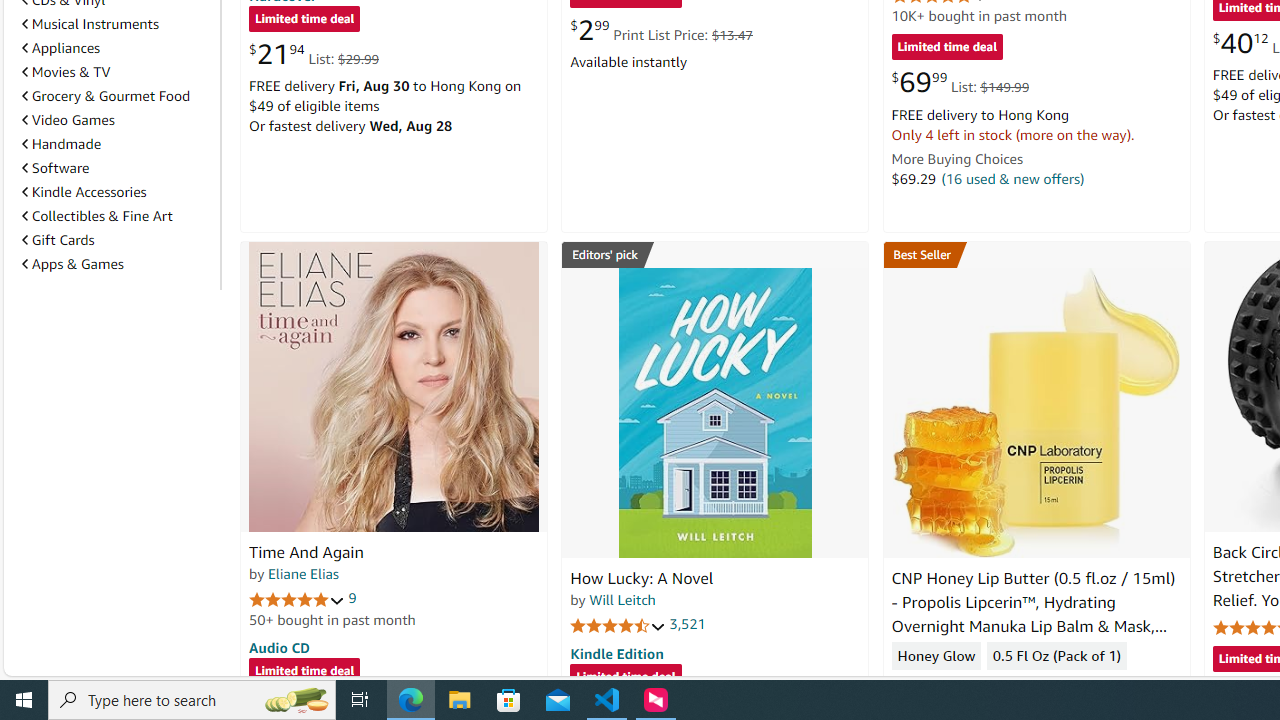 The width and height of the screenshot is (1280, 720). What do you see at coordinates (116, 166) in the screenshot?
I see `'Software'` at bounding box center [116, 166].